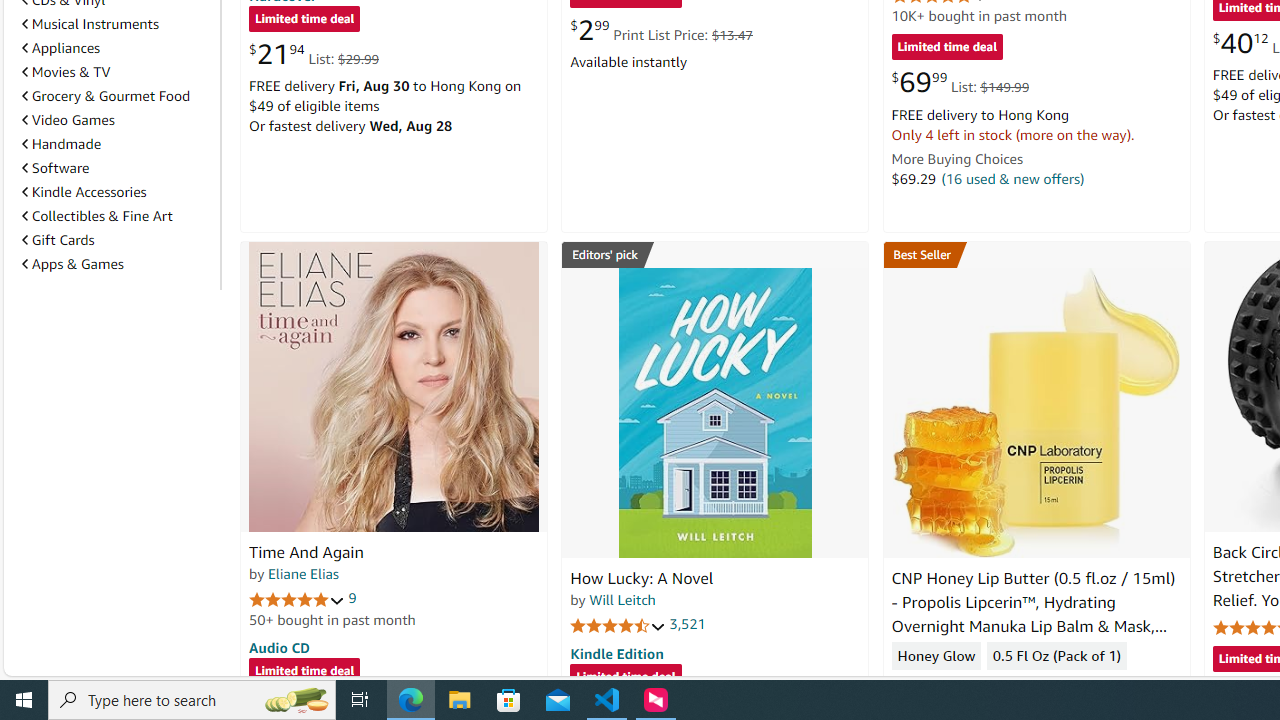 The width and height of the screenshot is (1280, 720). What do you see at coordinates (116, 166) in the screenshot?
I see `'Software'` at bounding box center [116, 166].